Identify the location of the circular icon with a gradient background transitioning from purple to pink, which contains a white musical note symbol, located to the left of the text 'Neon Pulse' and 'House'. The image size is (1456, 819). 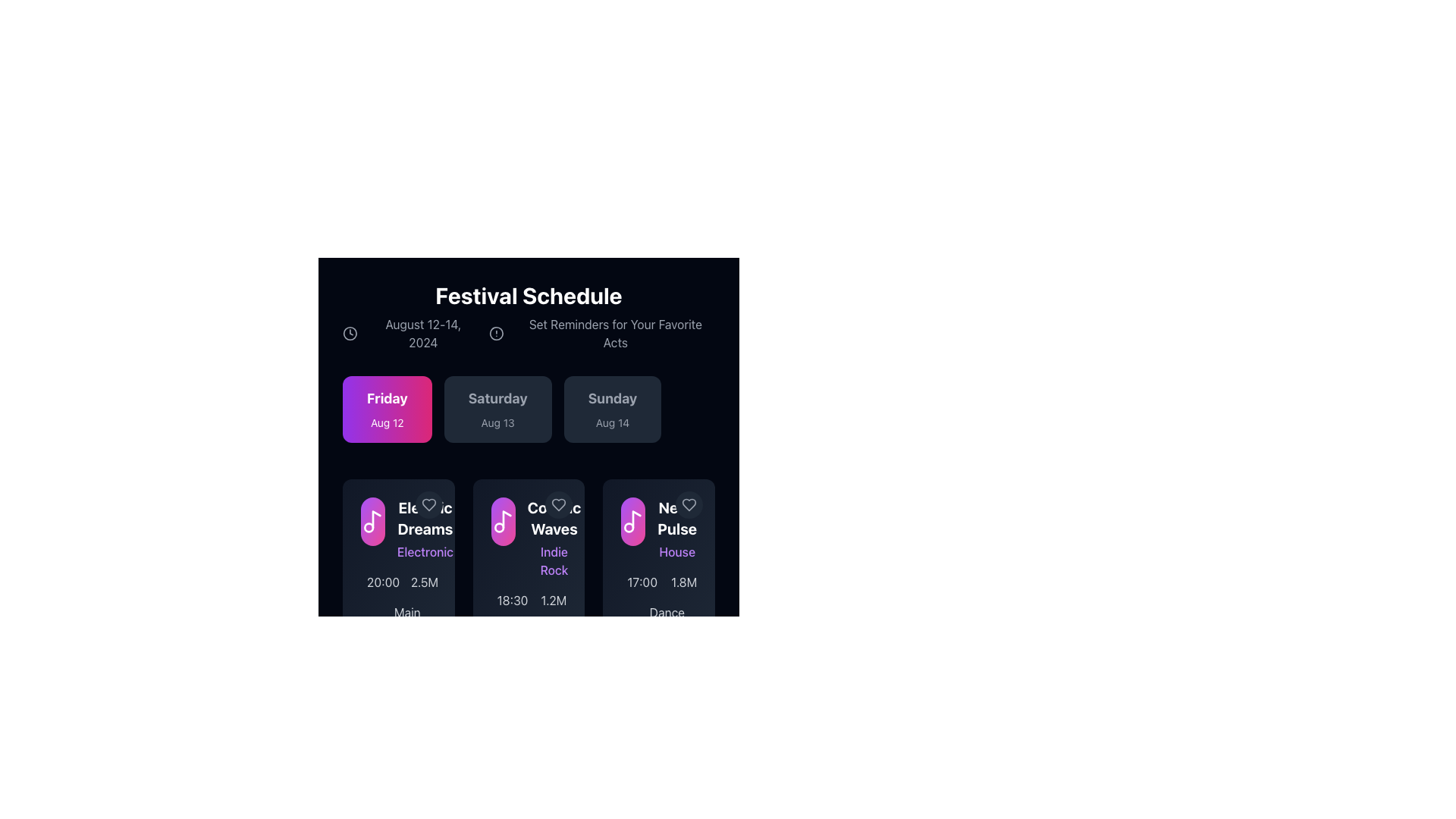
(633, 520).